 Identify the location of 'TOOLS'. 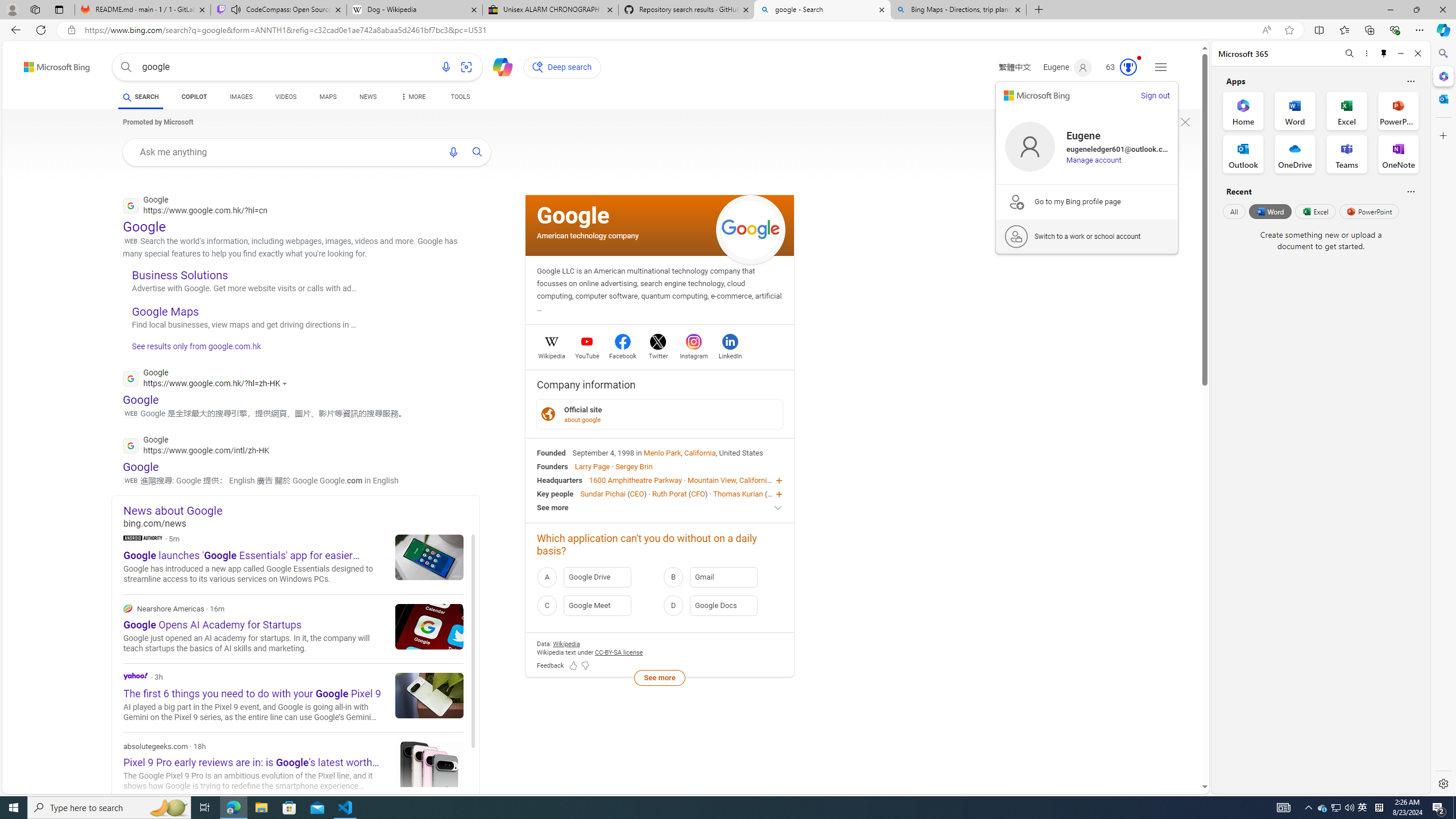
(461, 98).